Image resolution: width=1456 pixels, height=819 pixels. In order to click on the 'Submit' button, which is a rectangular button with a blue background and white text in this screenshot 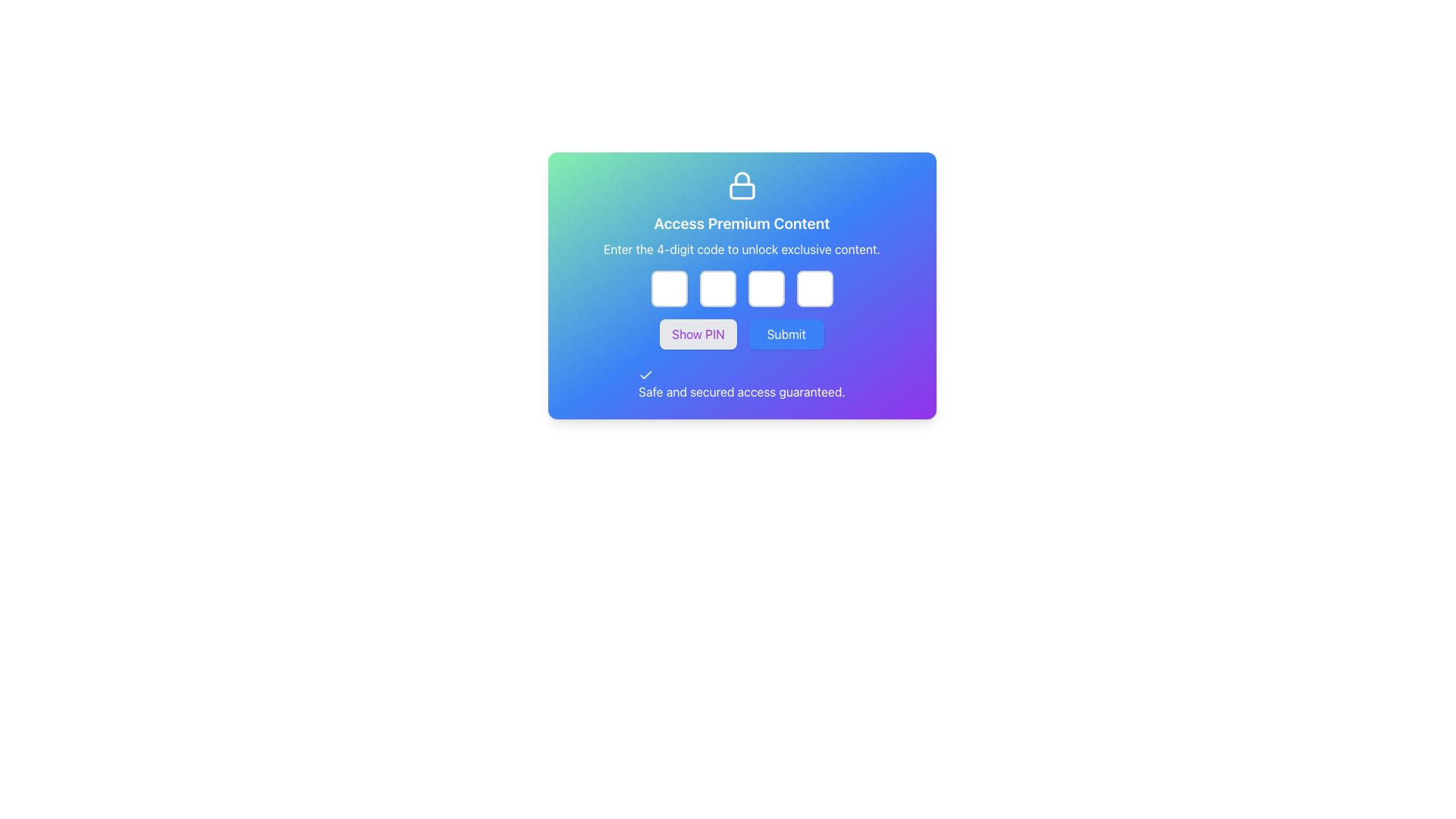, I will do `click(786, 333)`.